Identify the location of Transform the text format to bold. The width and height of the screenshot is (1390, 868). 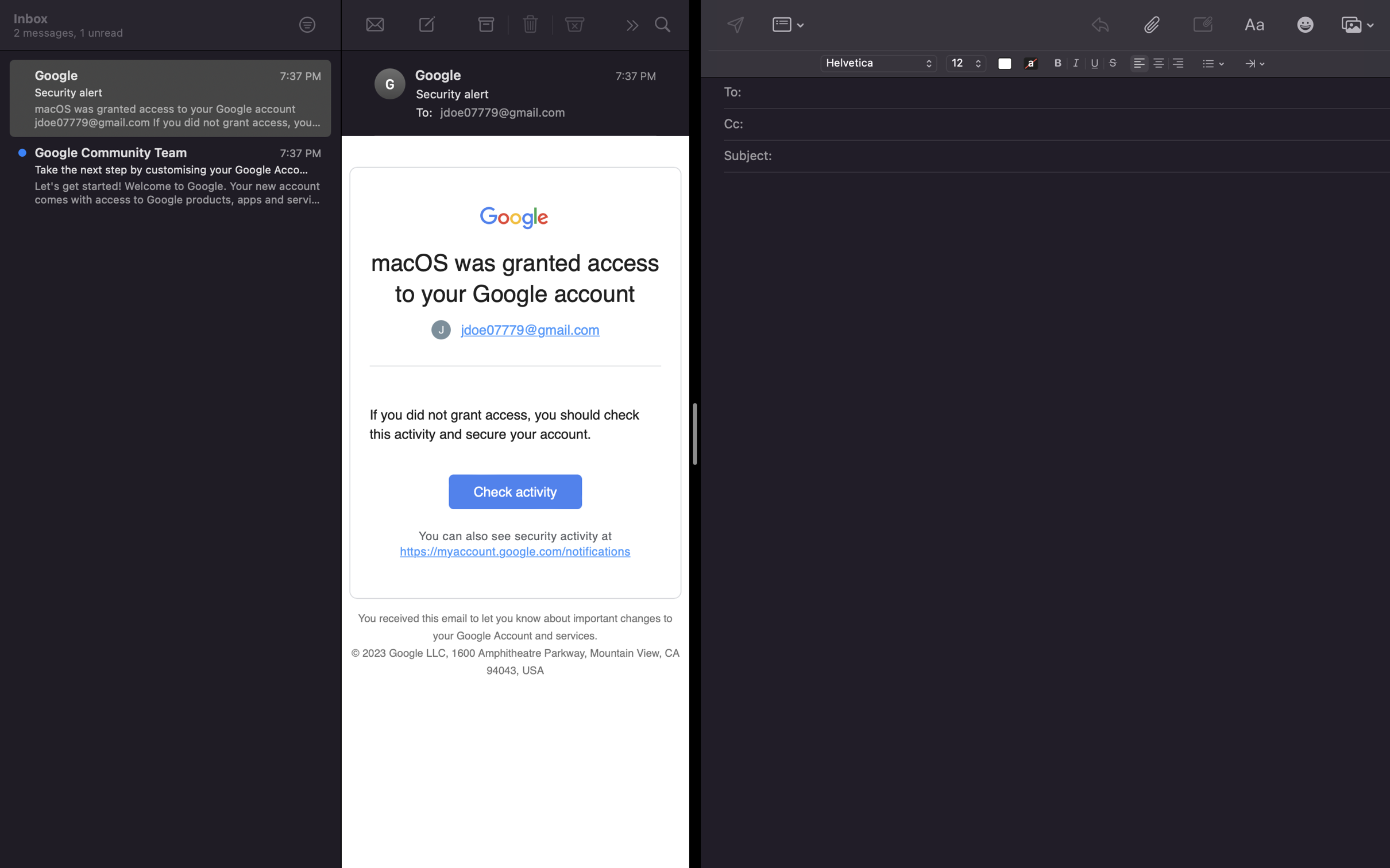
(1058, 62).